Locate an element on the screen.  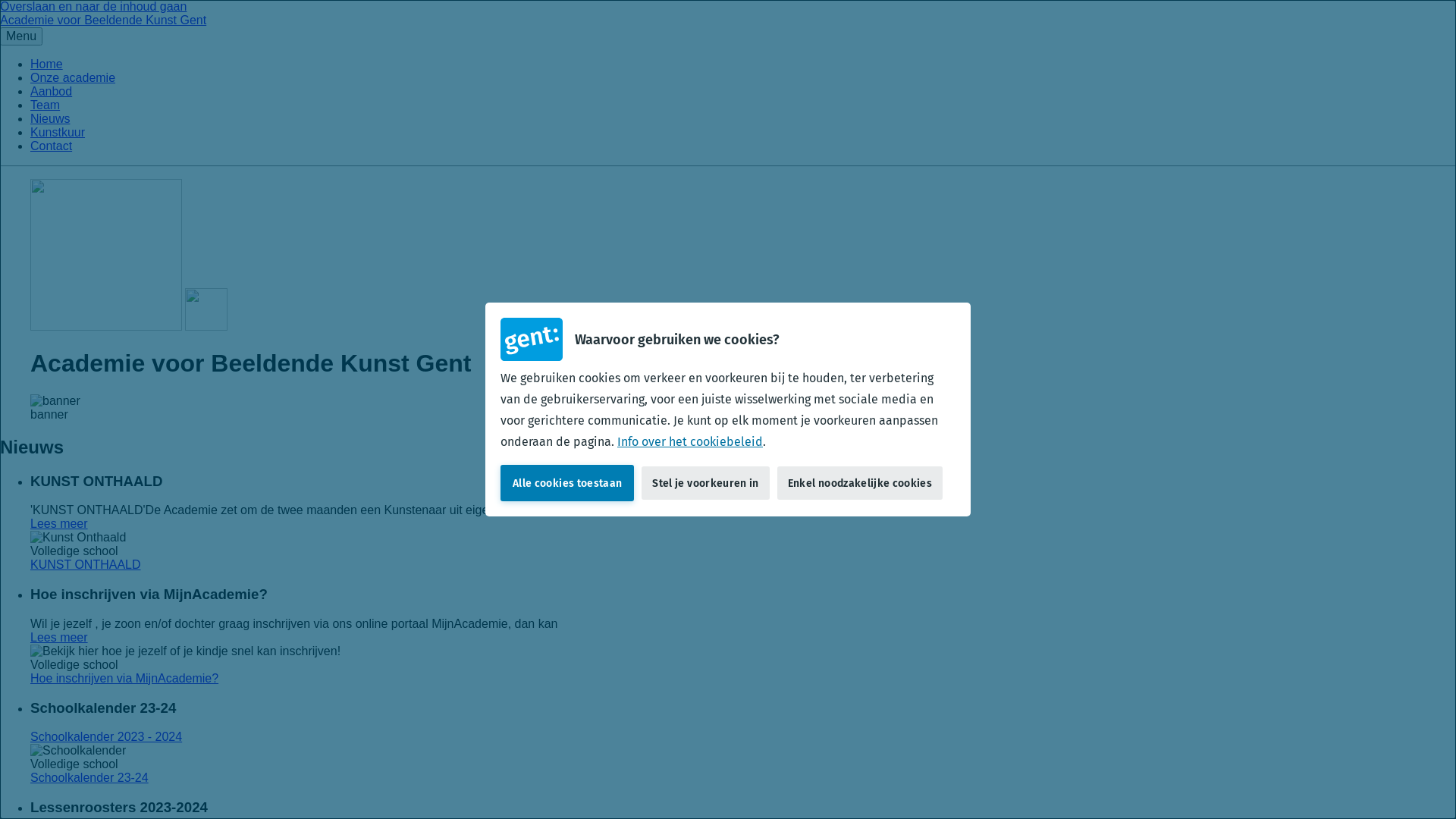
'Overslaan en naar de inhoud gaan' is located at coordinates (93, 6).